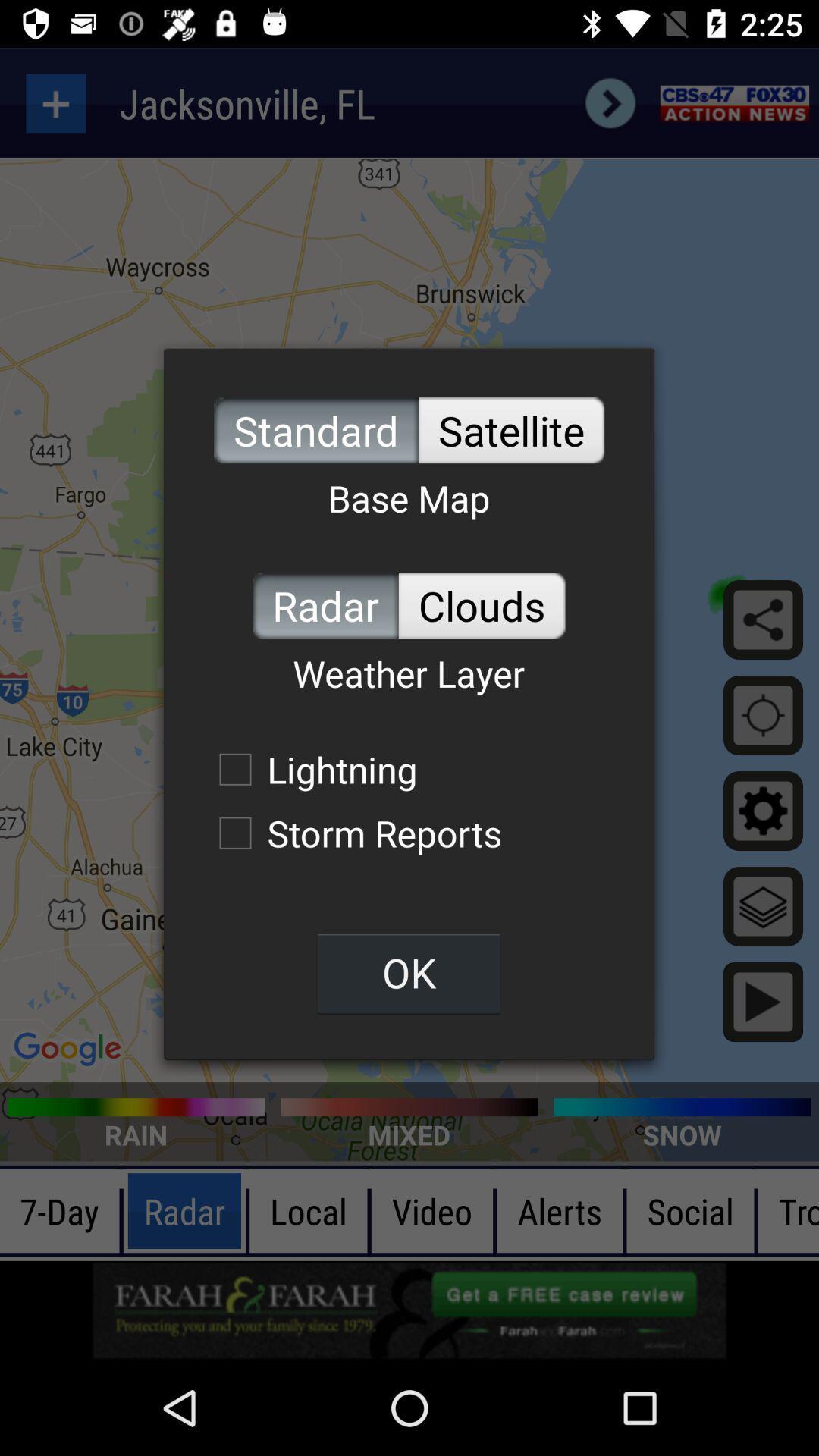 Image resolution: width=819 pixels, height=1456 pixels. Describe the element at coordinates (511, 429) in the screenshot. I see `item to the right of the standard` at that location.